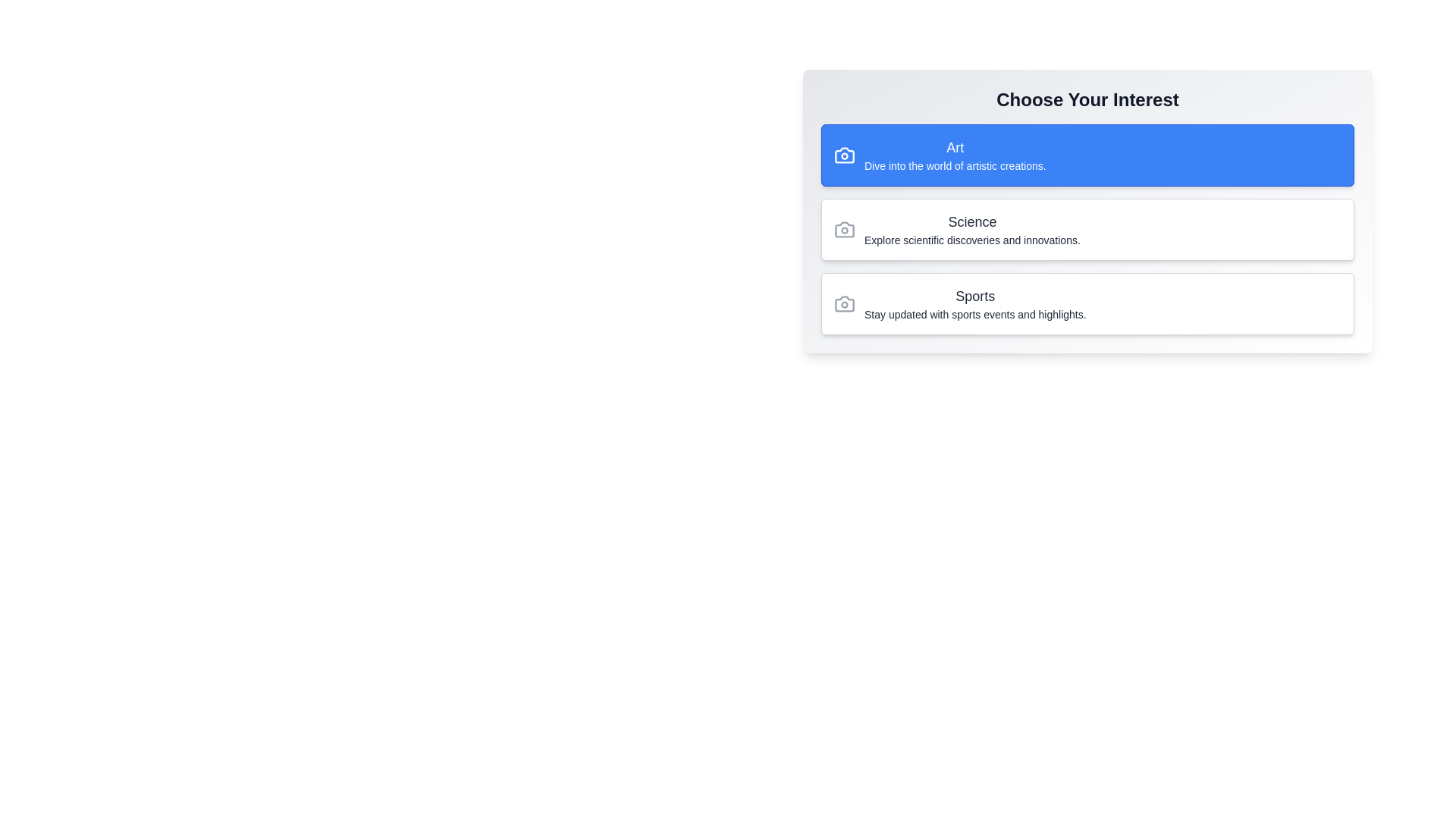 The width and height of the screenshot is (1456, 819). What do you see at coordinates (972, 230) in the screenshot?
I see `the text display element labeled 'Science', which features a heading and a description, positioned centrally between 'Art' and 'Sports'` at bounding box center [972, 230].